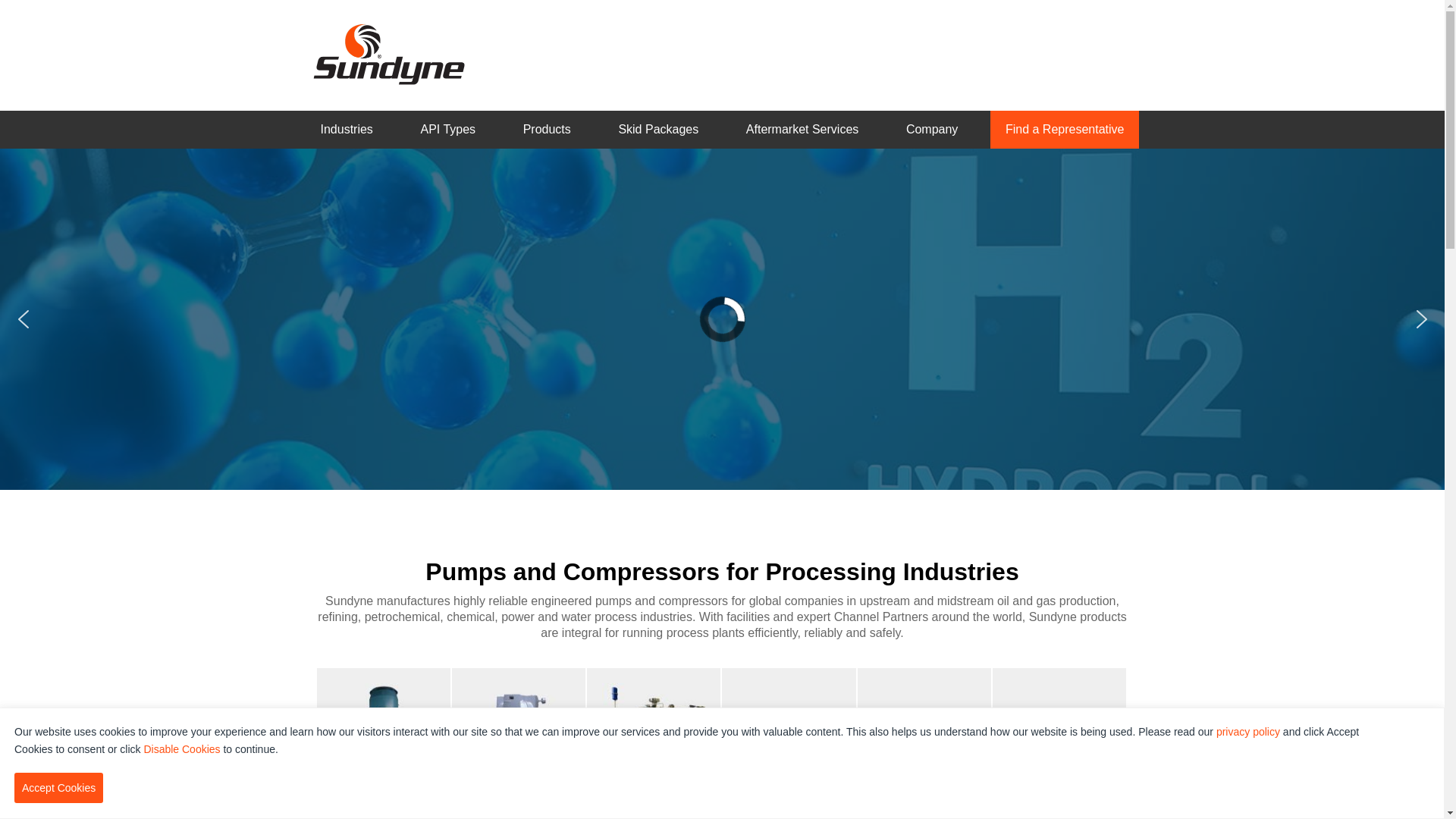 The image size is (1456, 819). I want to click on 'Products', so click(546, 129).